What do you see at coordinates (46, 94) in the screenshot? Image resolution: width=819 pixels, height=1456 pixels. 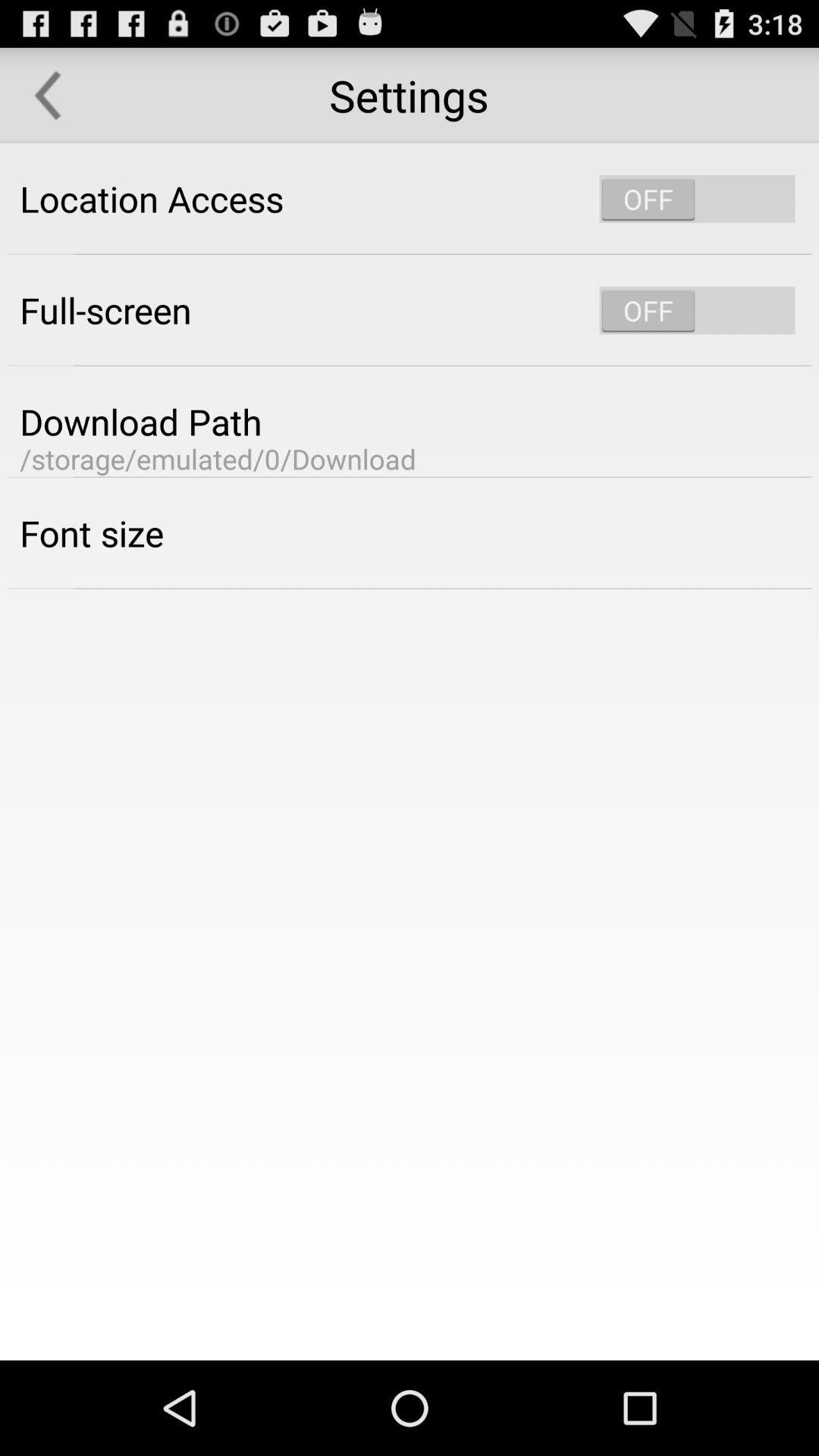 I see `the icon above location access app` at bounding box center [46, 94].